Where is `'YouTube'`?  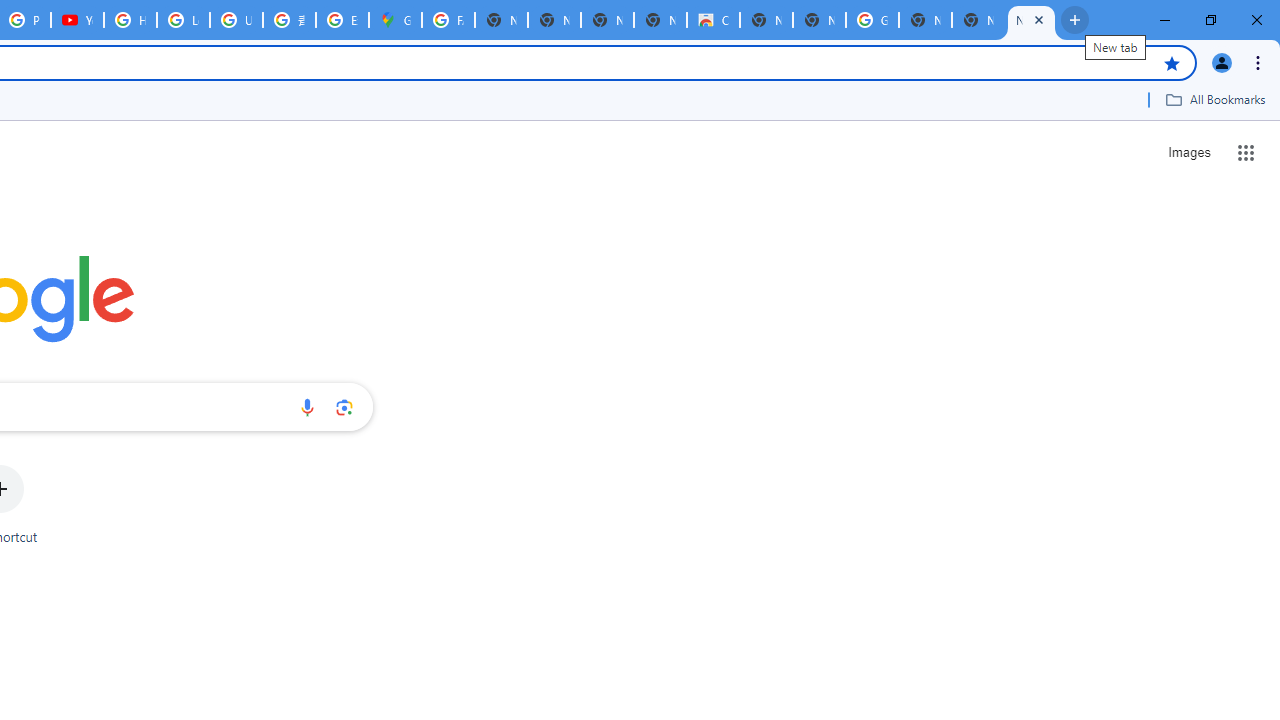
'YouTube' is located at coordinates (77, 20).